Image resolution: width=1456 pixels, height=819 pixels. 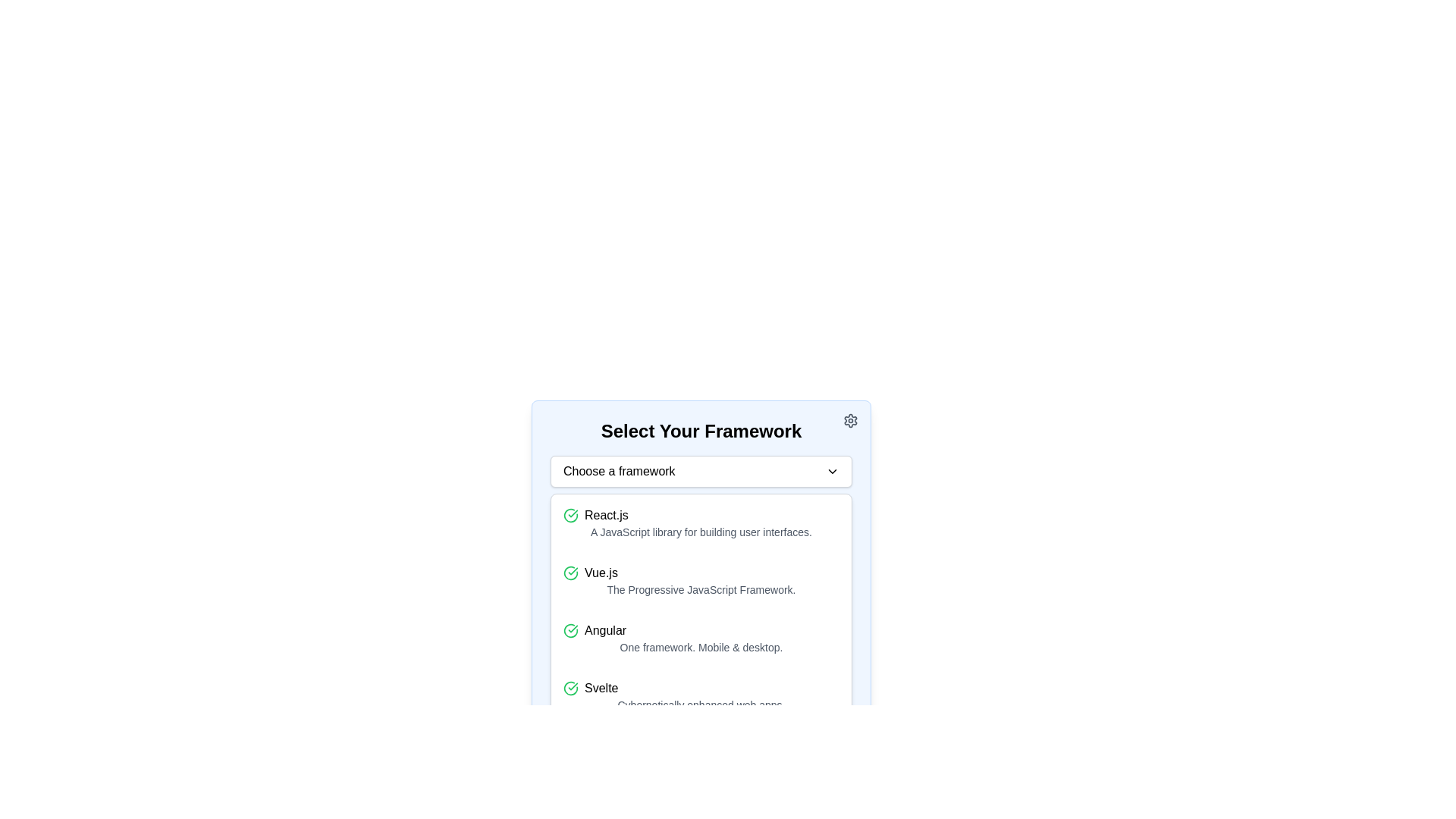 I want to click on the downward-facing chevron icon located at the top-right corner of the 'Choose a framework' dropdown, so click(x=832, y=470).